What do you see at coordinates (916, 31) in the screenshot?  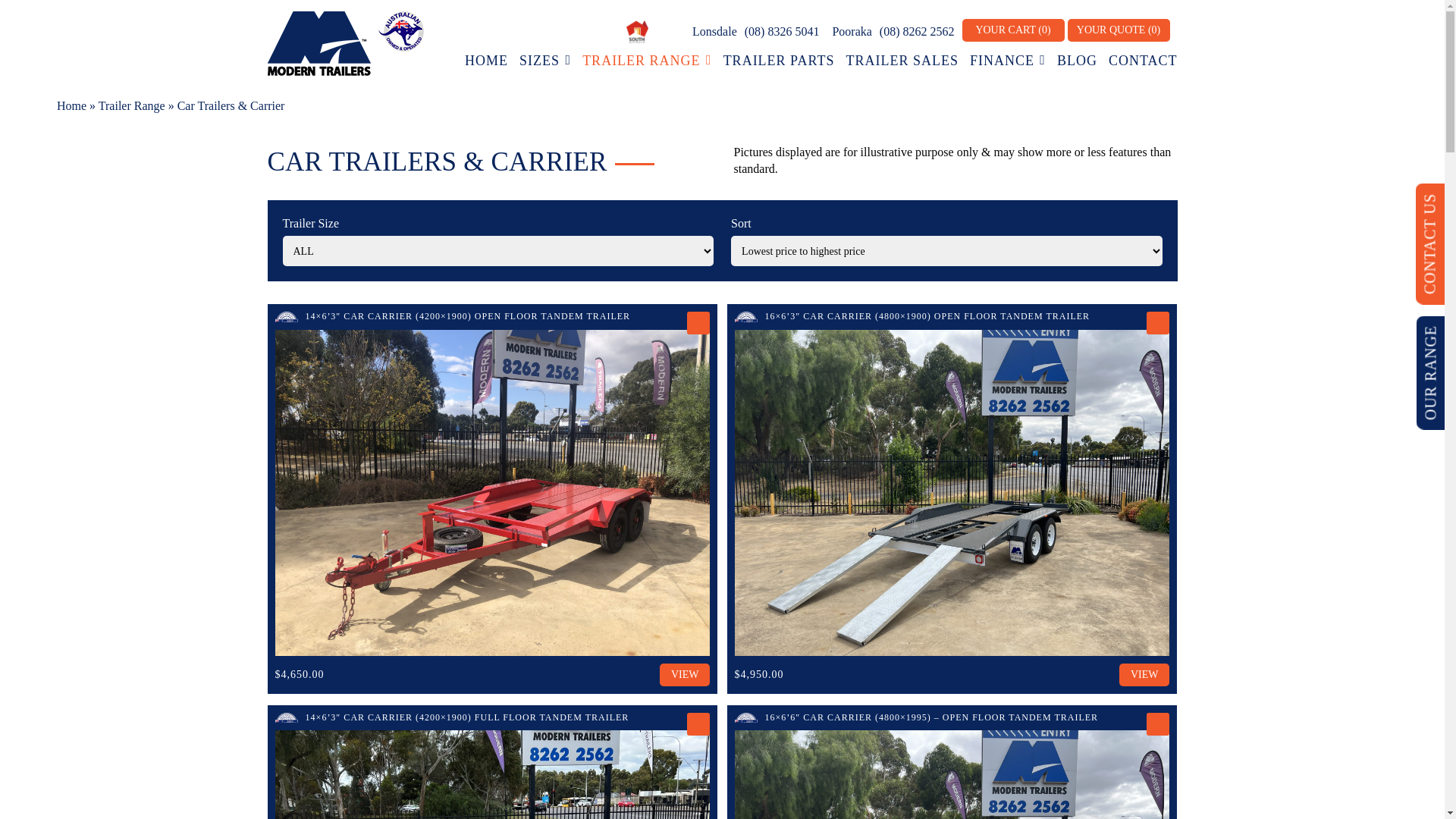 I see `'(08) 8262 2562'` at bounding box center [916, 31].